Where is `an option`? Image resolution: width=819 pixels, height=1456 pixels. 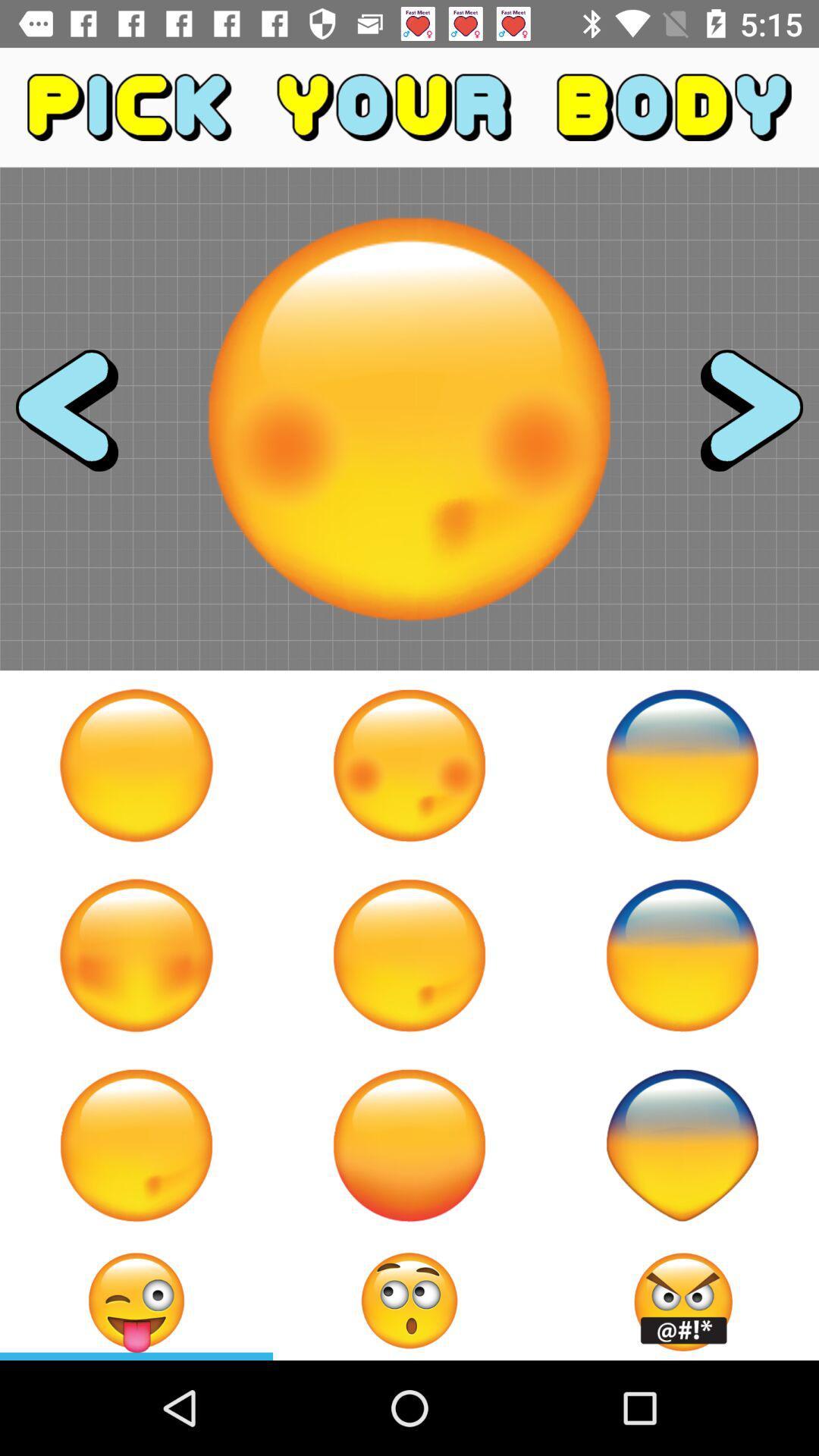
an option is located at coordinates (136, 765).